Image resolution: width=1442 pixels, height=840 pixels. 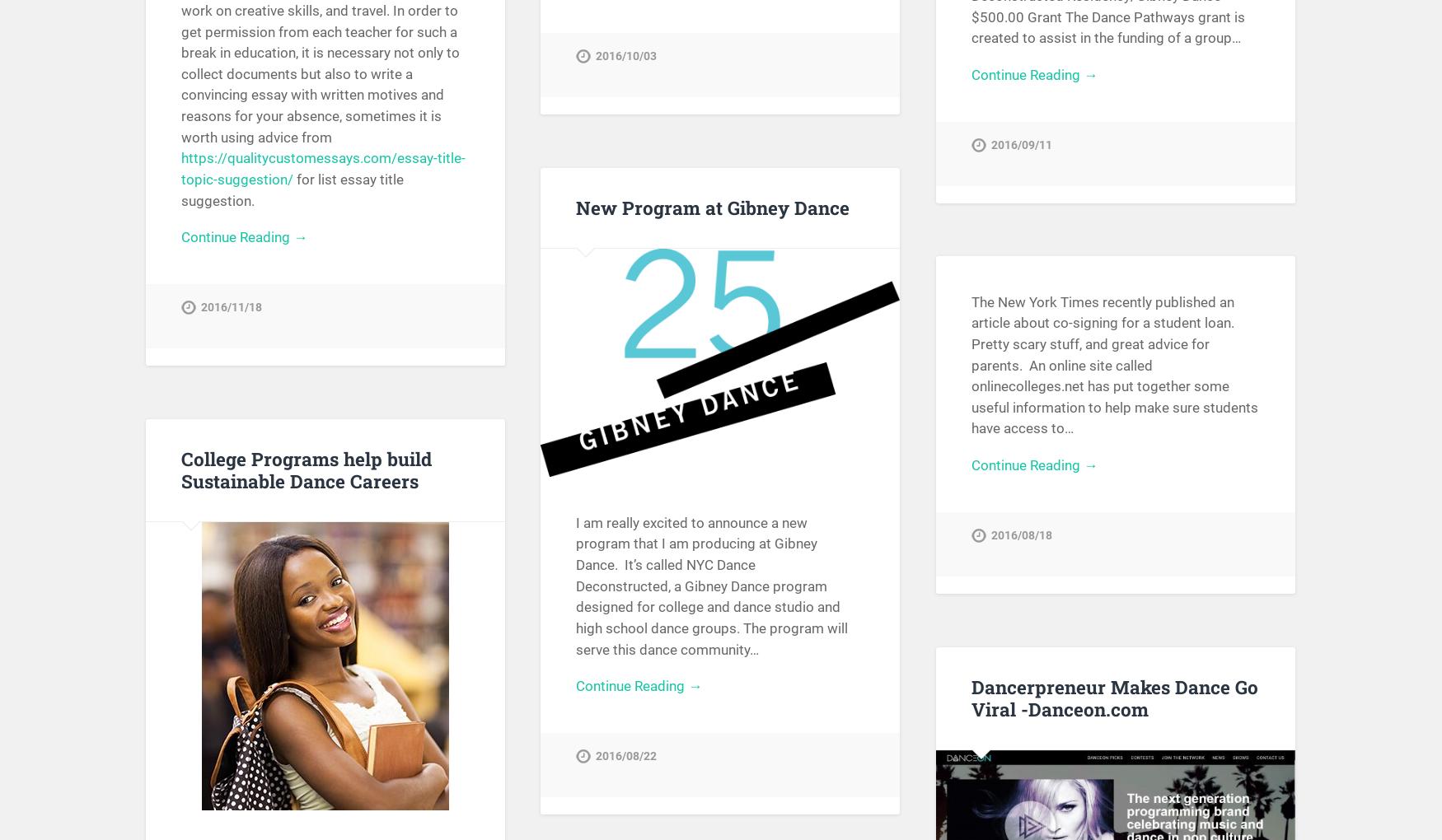 What do you see at coordinates (231, 306) in the screenshot?
I see `'2016/11/18'` at bounding box center [231, 306].